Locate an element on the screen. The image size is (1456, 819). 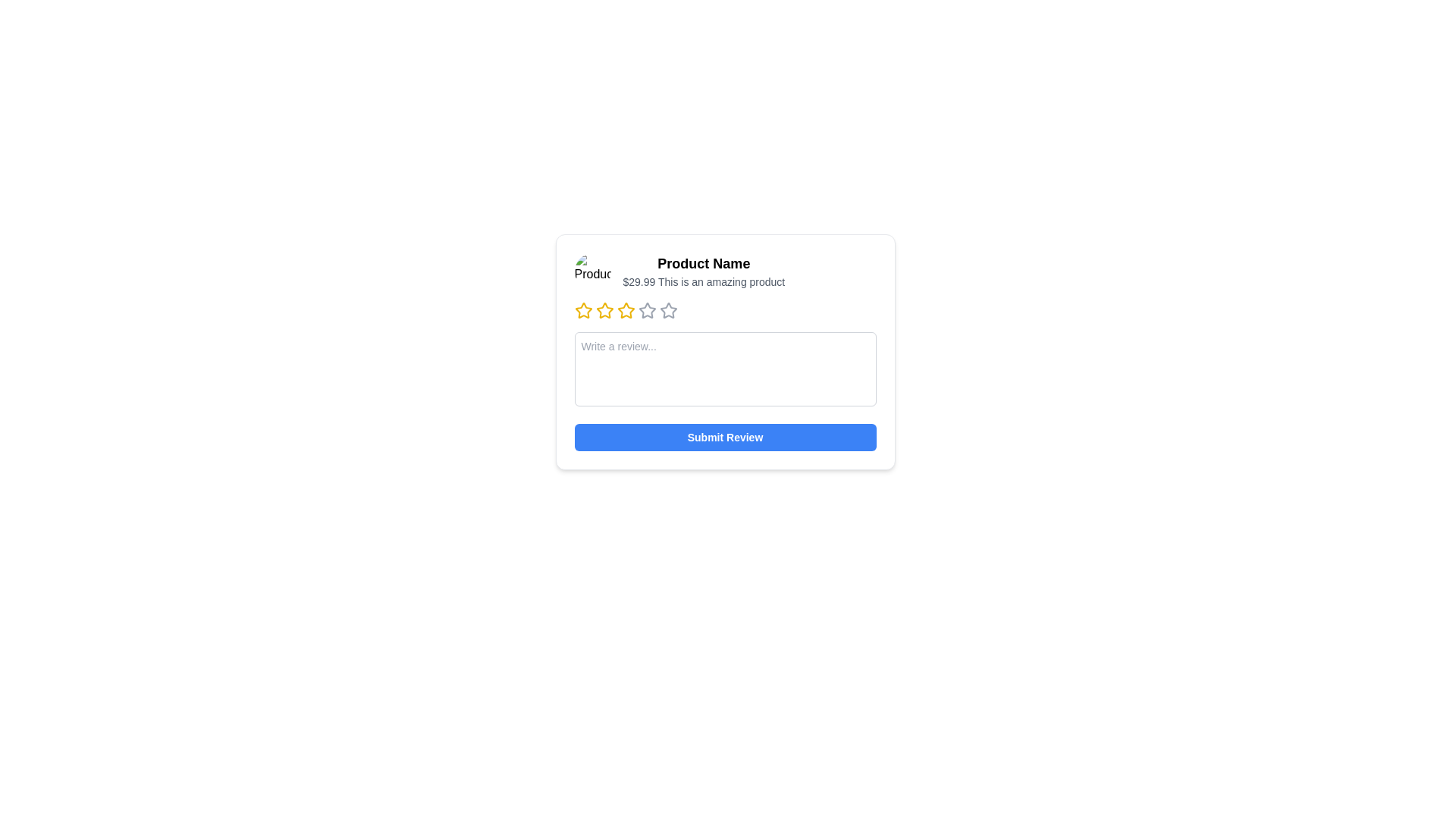
the third yellow outlined star icon in the rating system is located at coordinates (626, 309).